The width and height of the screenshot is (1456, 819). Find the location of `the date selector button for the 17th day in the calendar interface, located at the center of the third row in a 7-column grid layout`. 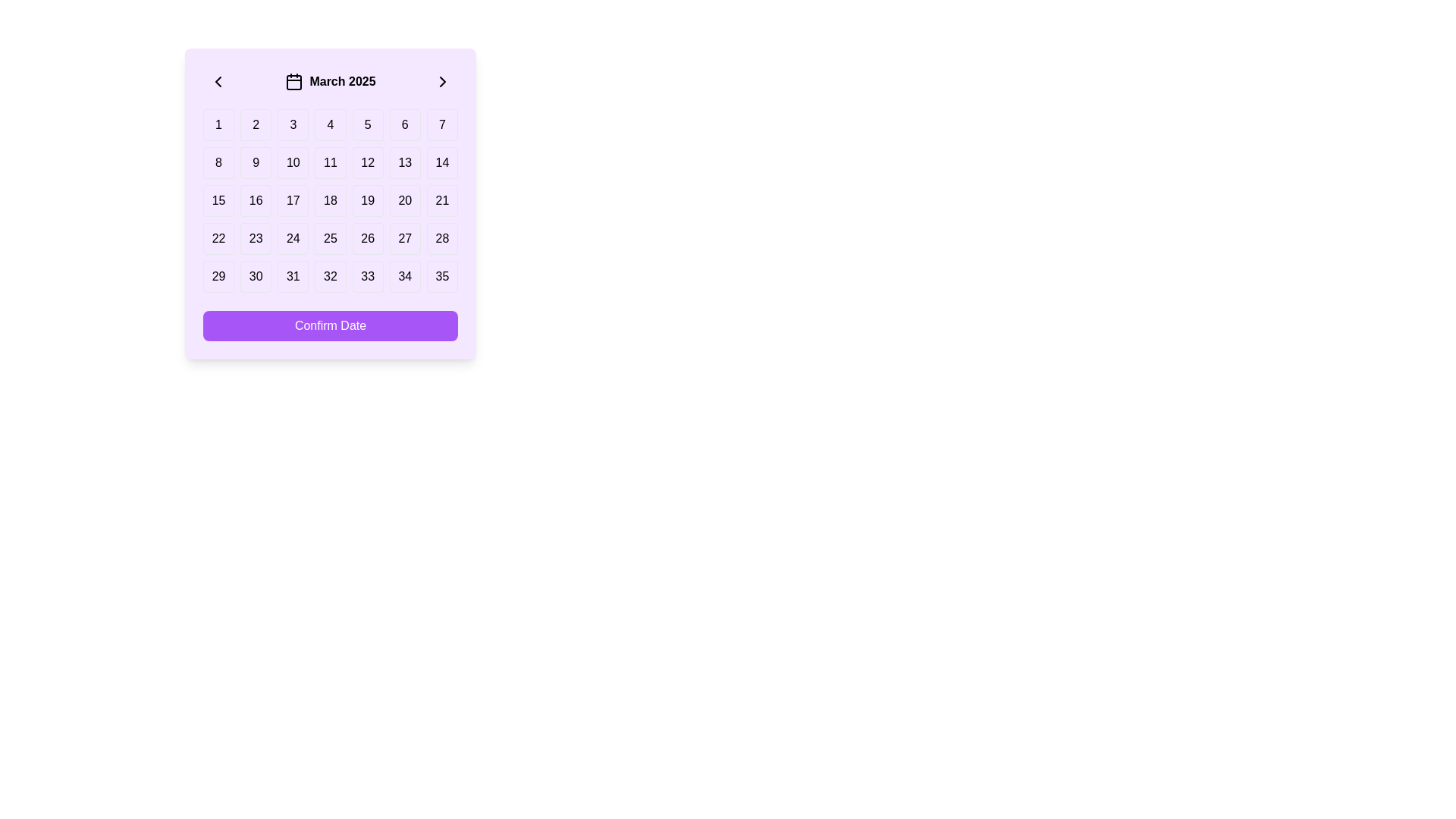

the date selector button for the 17th day in the calendar interface, located at the center of the third row in a 7-column grid layout is located at coordinates (293, 200).